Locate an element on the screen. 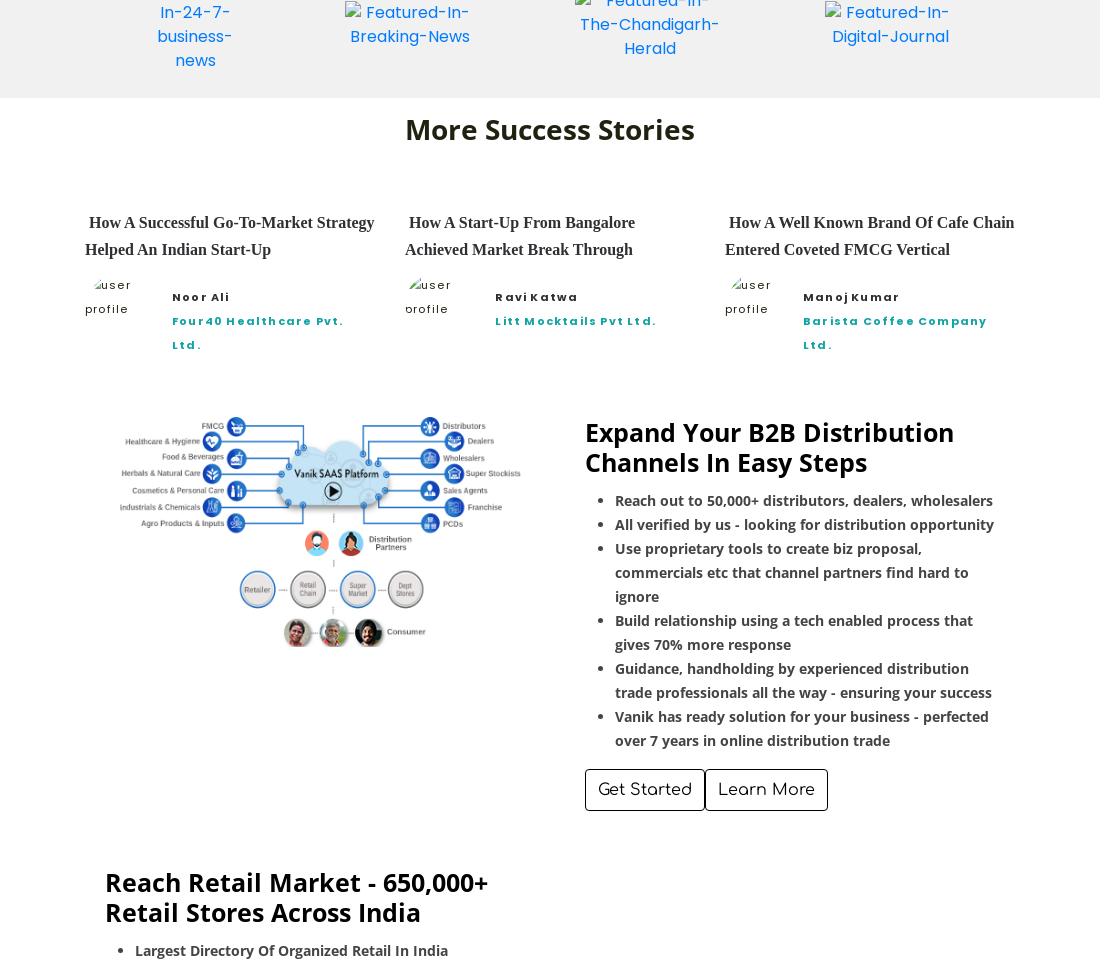 This screenshot has height=968, width=1115. 'More Success Stories' is located at coordinates (403, 126).